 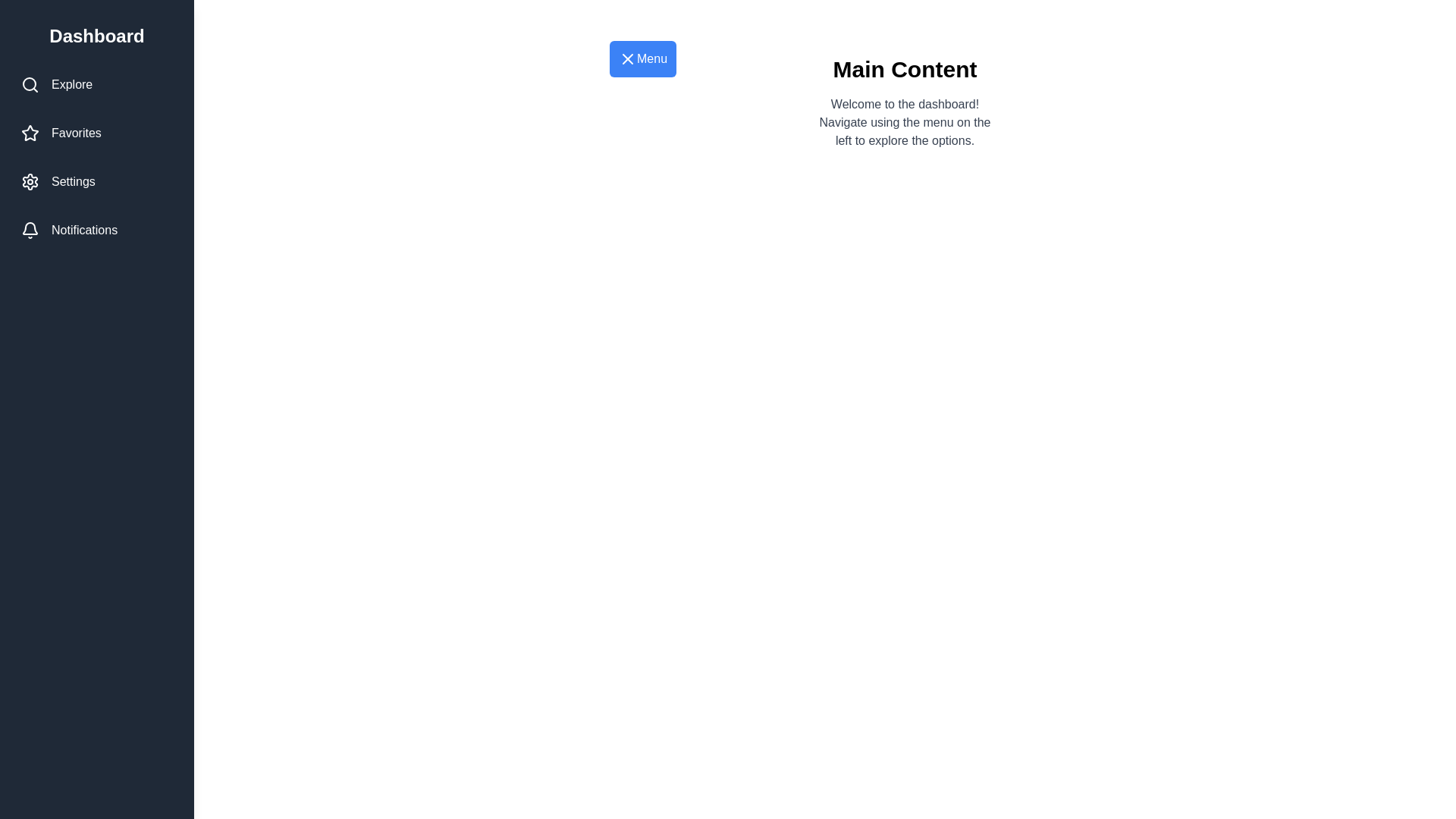 I want to click on the cross icon resembling a close button located within the blue 'Menu' button, so click(x=628, y=58).